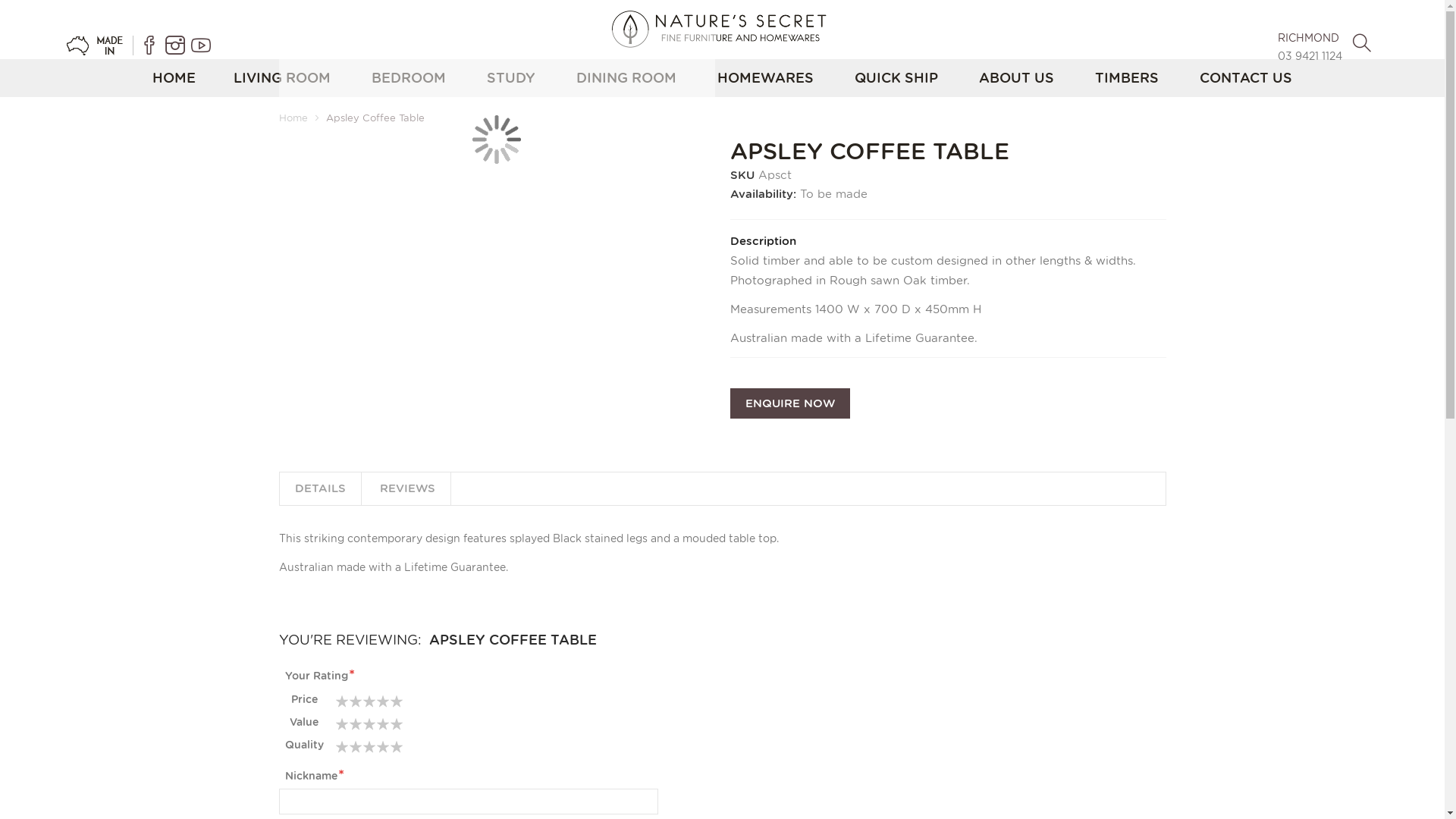  What do you see at coordinates (1127, 78) in the screenshot?
I see `'TIMBERS'` at bounding box center [1127, 78].